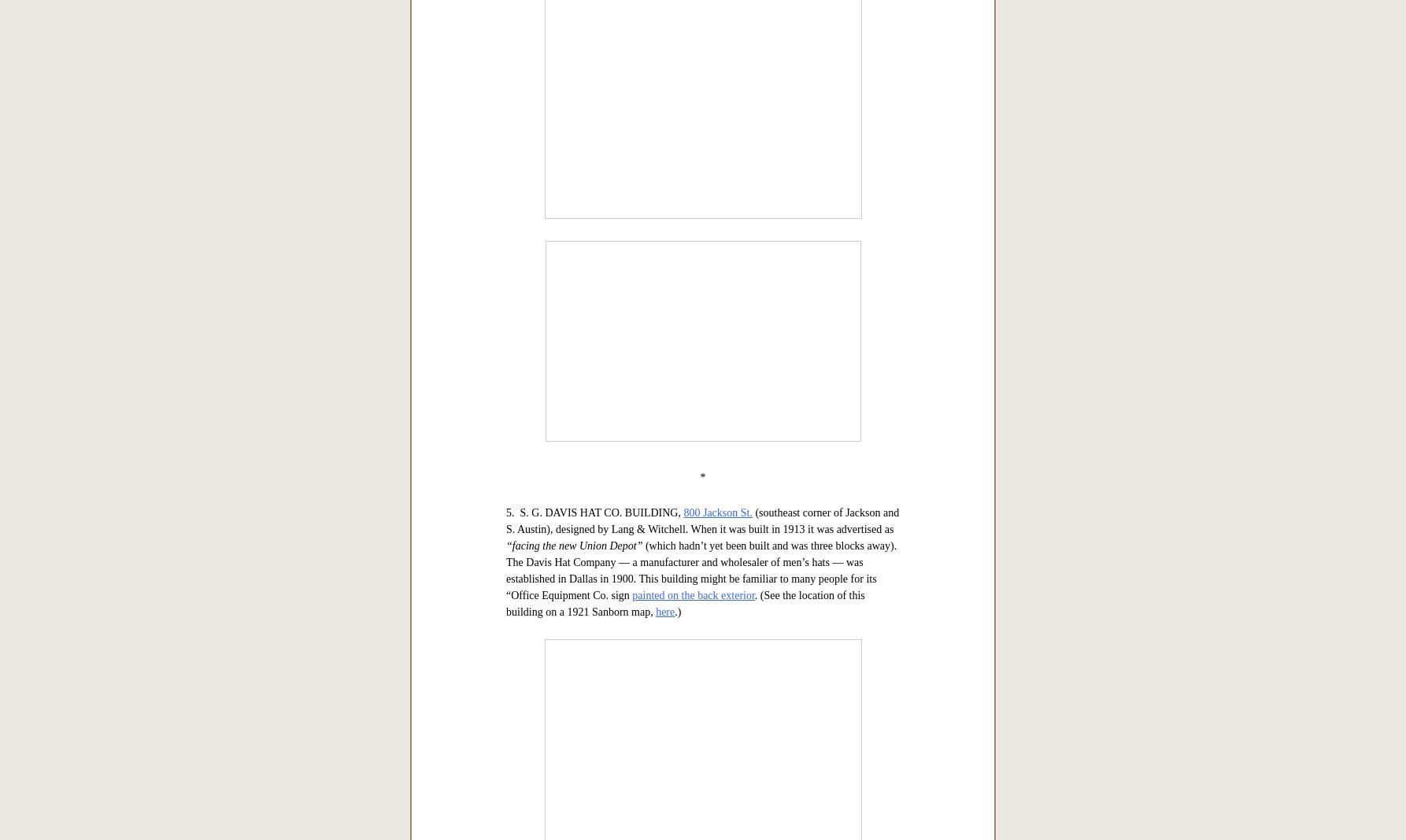  Describe the element at coordinates (698, 246) in the screenshot. I see `'4.  COTTON EXCHANGE BUILDING, 401 S. Akard (southwest corner of S. Akard & Wood), designed by Lang & Witchell. Built in 1911, this was the hub of the cotton market in Dallas, a city which, in a 1912 article in'` at that location.